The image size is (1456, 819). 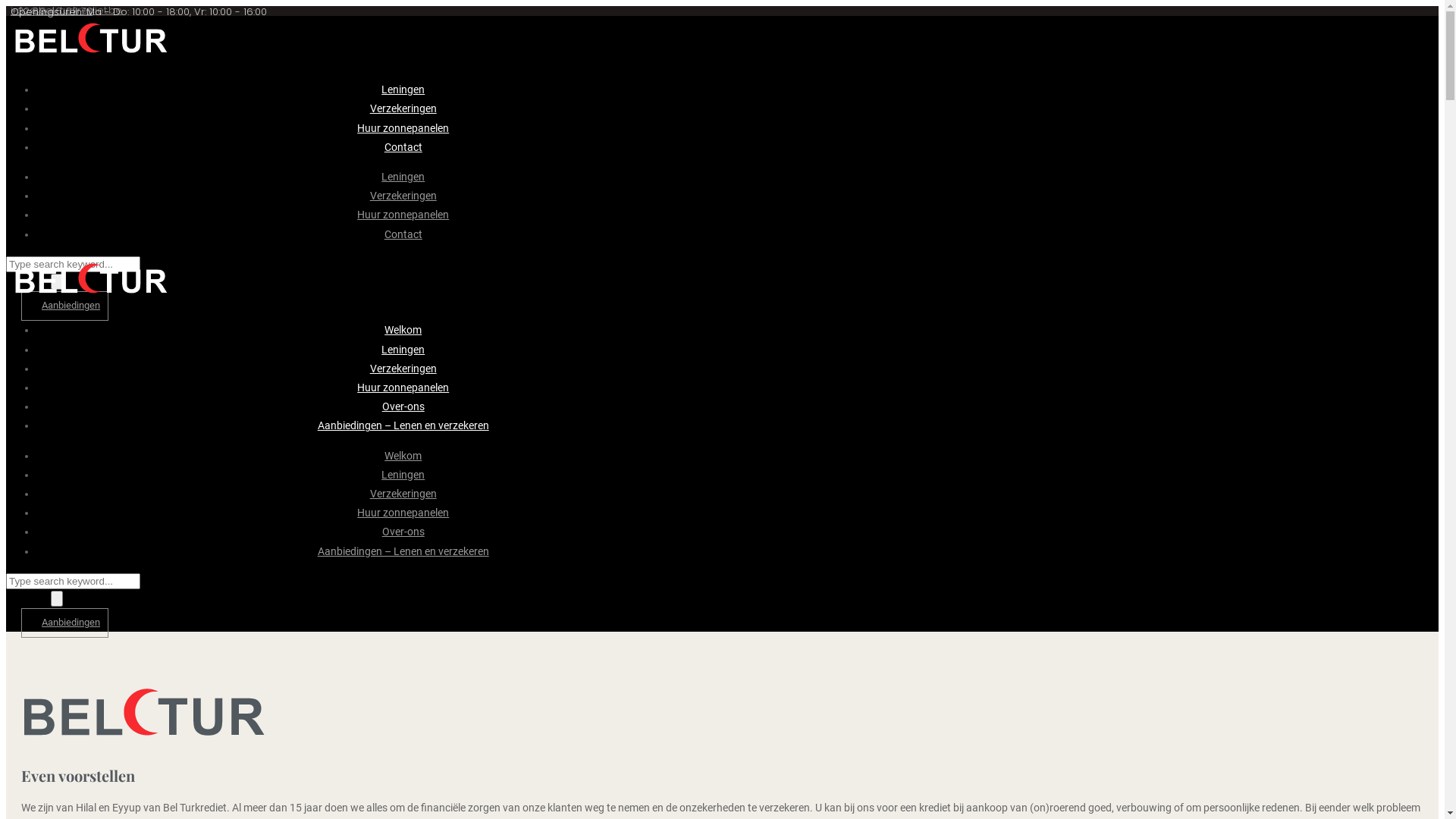 What do you see at coordinates (403, 406) in the screenshot?
I see `'Over-ons'` at bounding box center [403, 406].